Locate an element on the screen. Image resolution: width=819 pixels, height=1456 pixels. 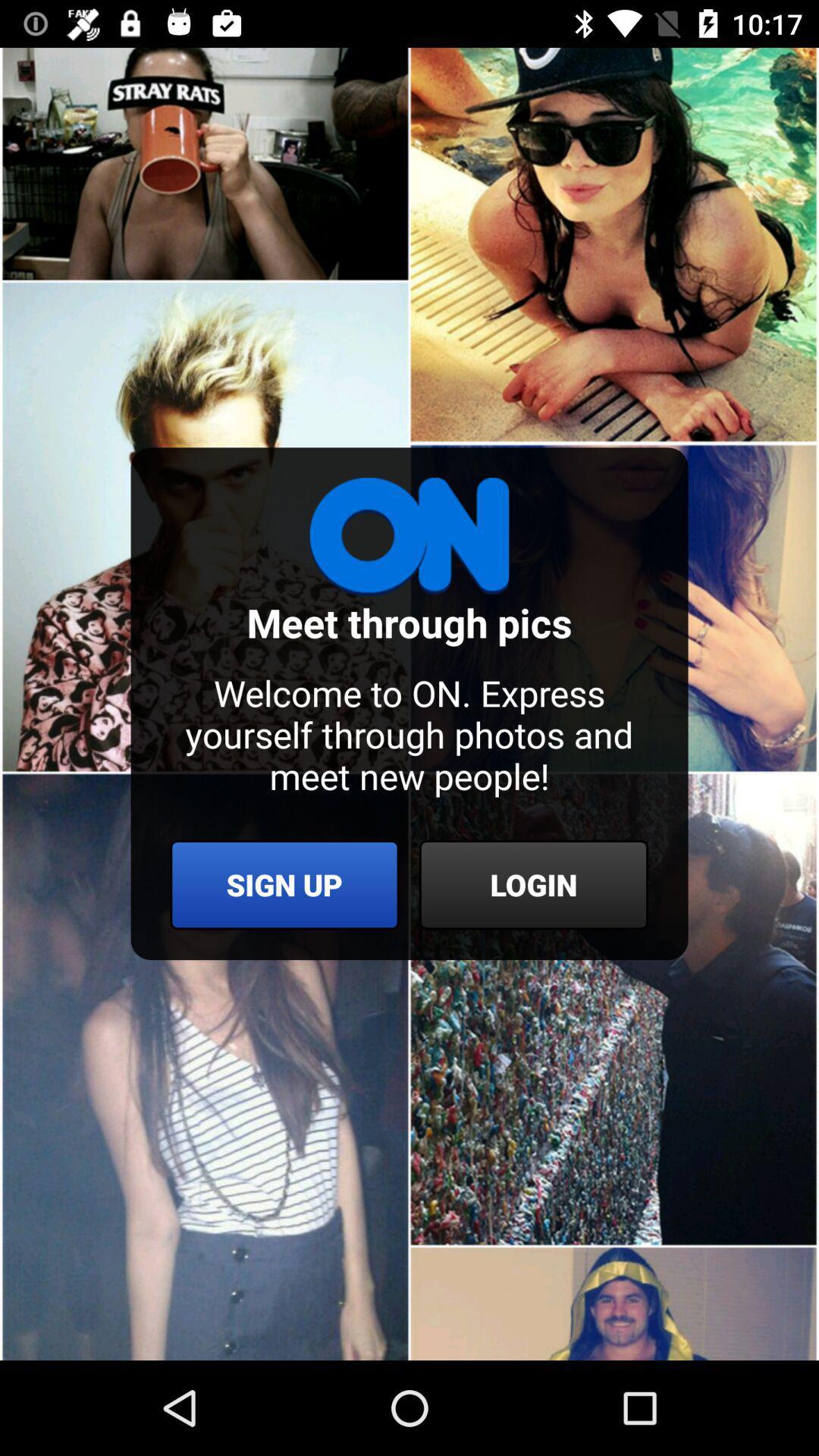
the icon below the welcome to on icon is located at coordinates (284, 884).